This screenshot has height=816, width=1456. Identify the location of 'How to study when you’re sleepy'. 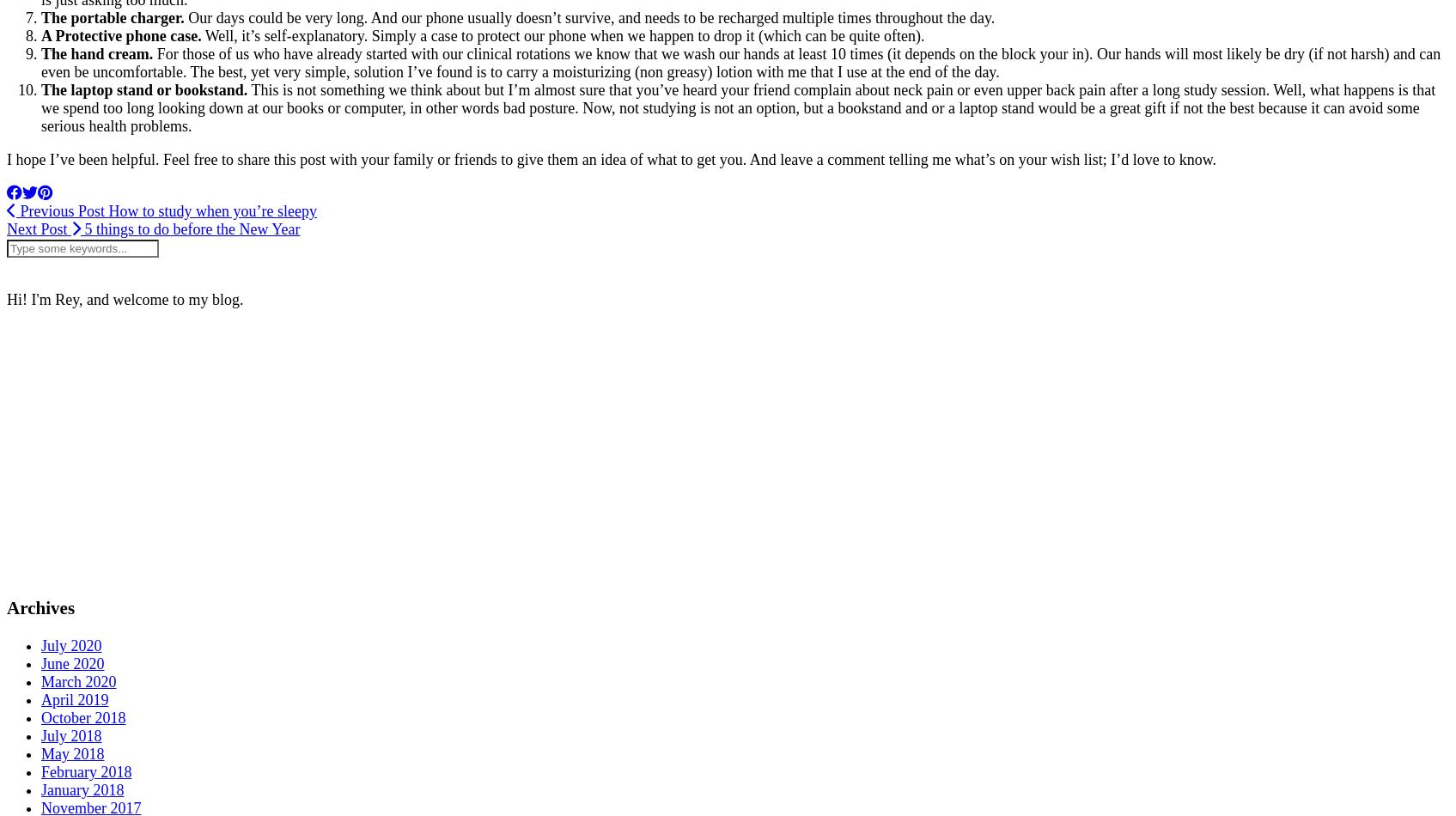
(210, 210).